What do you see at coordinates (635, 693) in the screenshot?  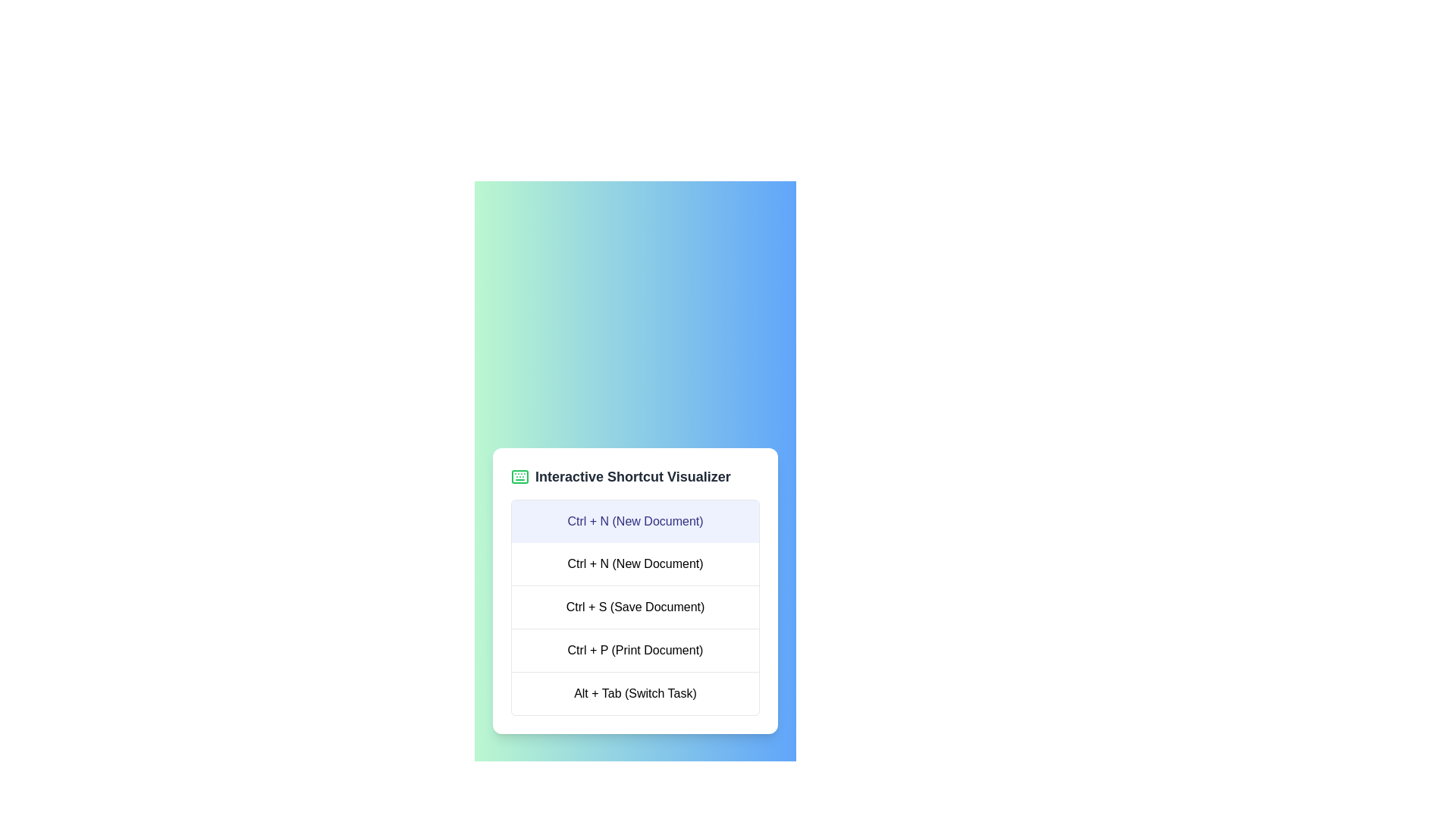 I see `informational text displayed as 'Alt + Tab (Switch Task)' in black text on a white background, located as the fourth entry in the vertical list of the 'Interactive Shortcut Visualizer' panel` at bounding box center [635, 693].